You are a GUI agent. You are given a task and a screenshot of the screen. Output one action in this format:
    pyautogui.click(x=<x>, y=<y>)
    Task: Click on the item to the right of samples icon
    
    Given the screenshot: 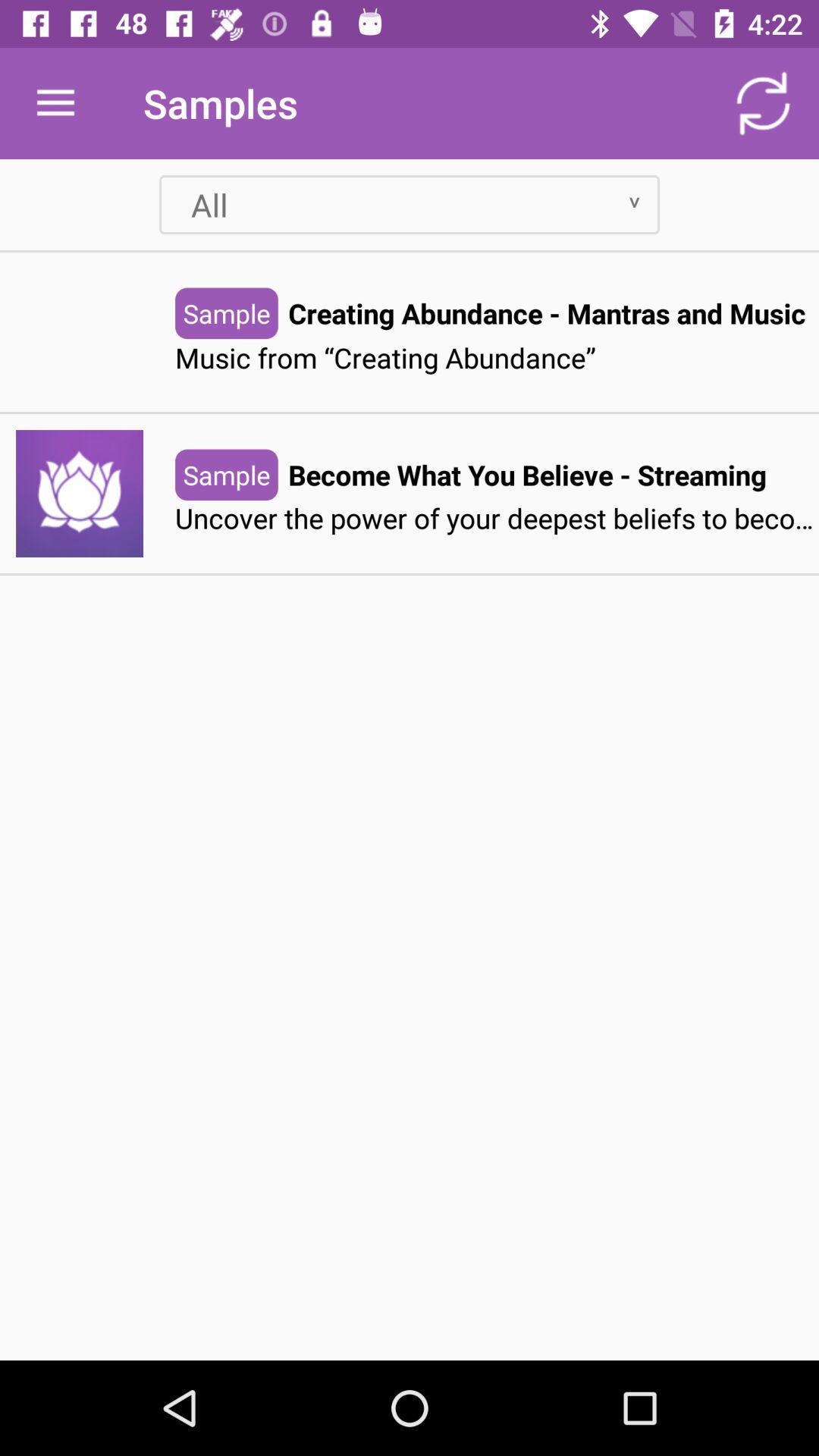 What is the action you would take?
    pyautogui.click(x=763, y=102)
    